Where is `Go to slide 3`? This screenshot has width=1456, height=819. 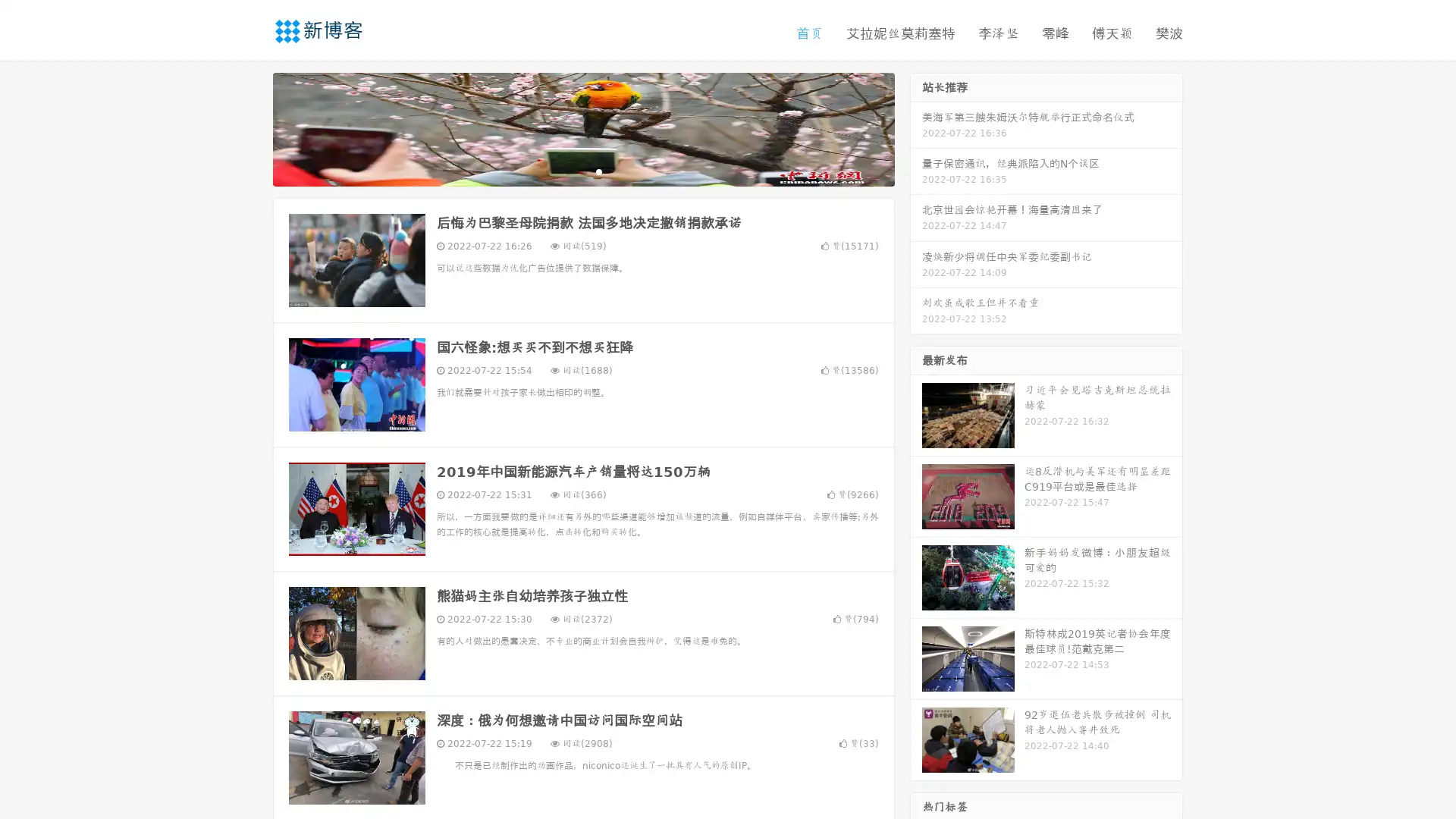
Go to slide 3 is located at coordinates (598, 171).